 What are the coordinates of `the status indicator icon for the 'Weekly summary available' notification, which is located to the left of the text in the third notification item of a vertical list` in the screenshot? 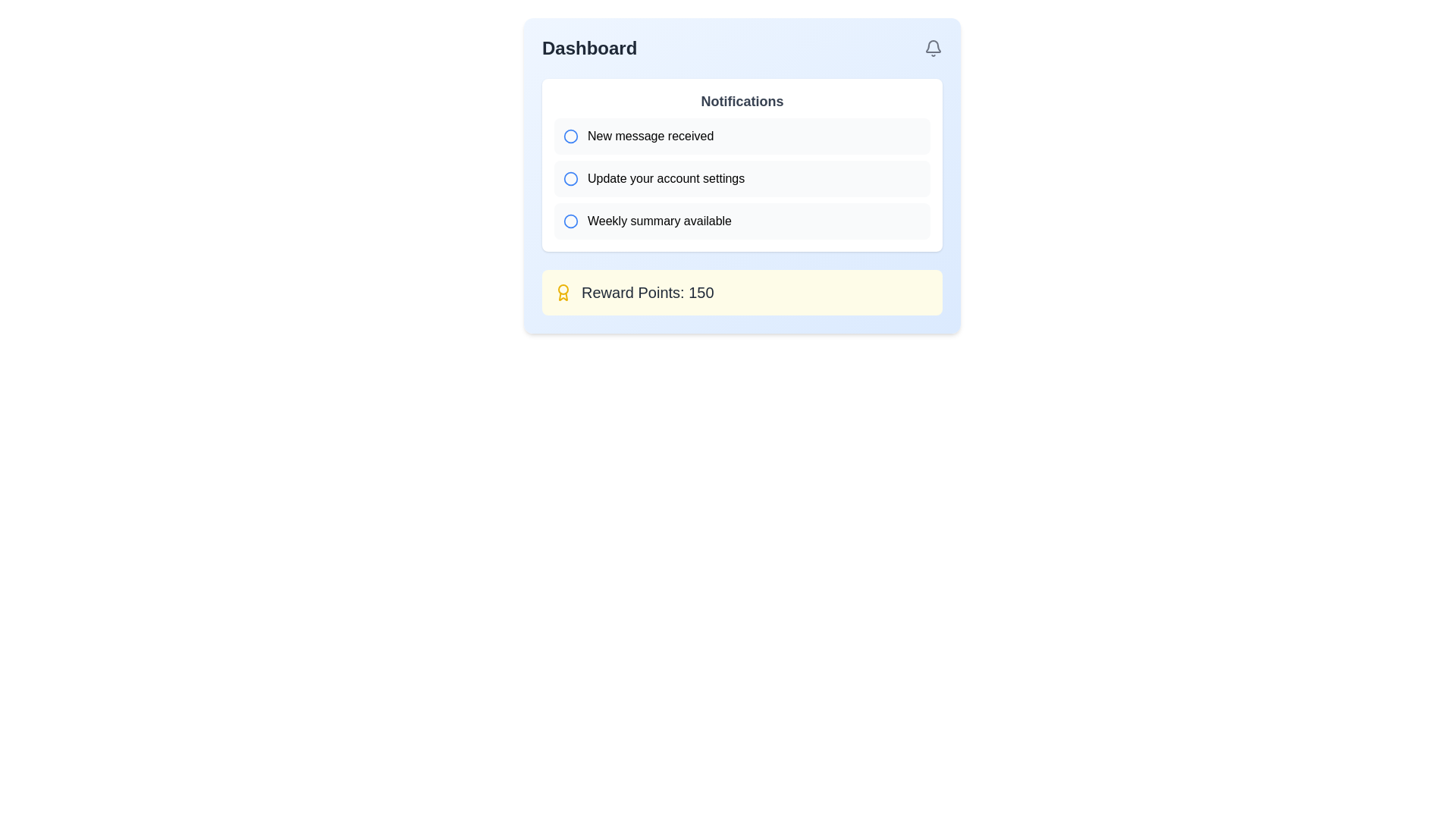 It's located at (570, 221).